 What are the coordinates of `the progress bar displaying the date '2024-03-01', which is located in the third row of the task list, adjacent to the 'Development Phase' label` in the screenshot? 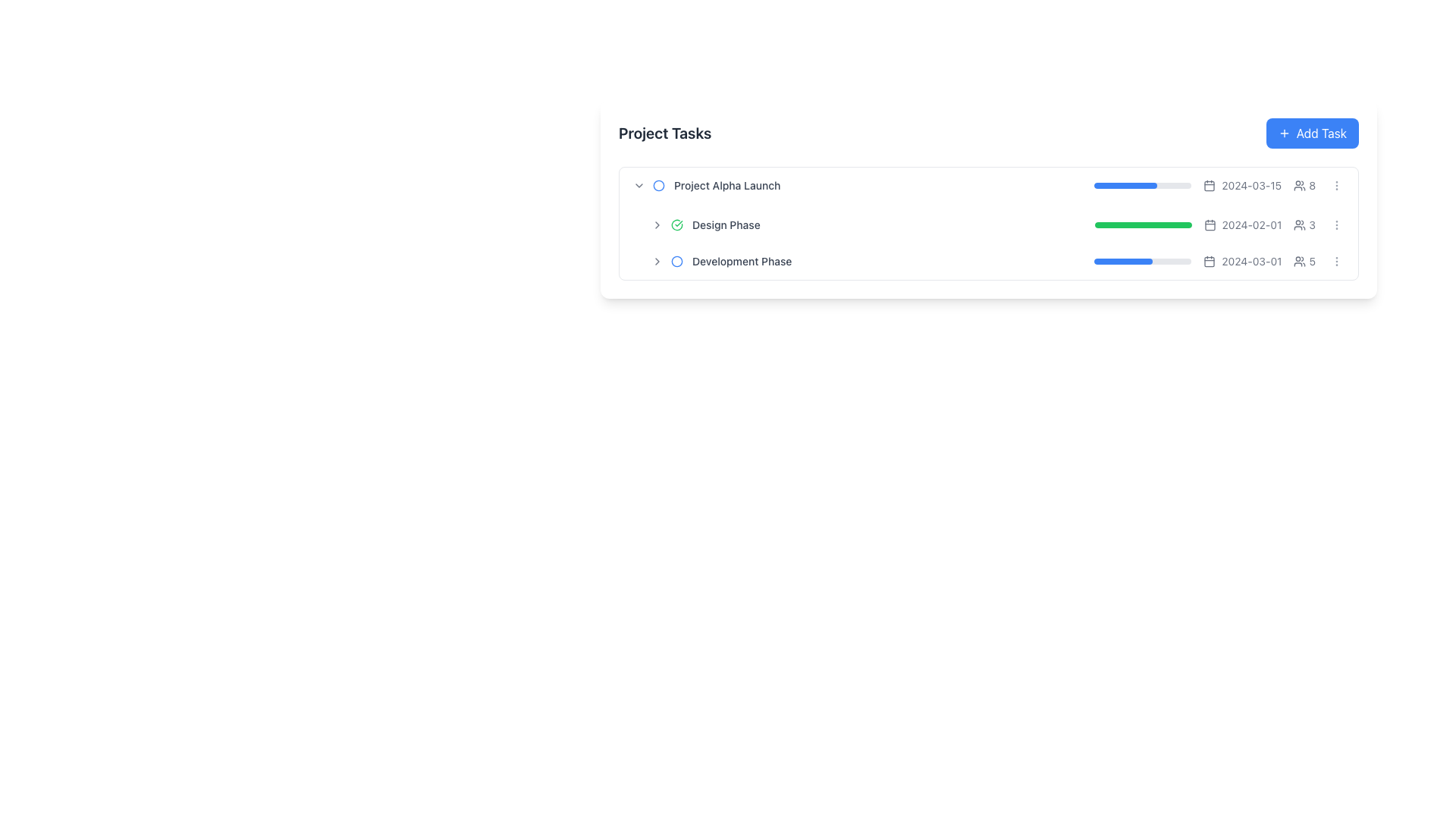 It's located at (1220, 260).